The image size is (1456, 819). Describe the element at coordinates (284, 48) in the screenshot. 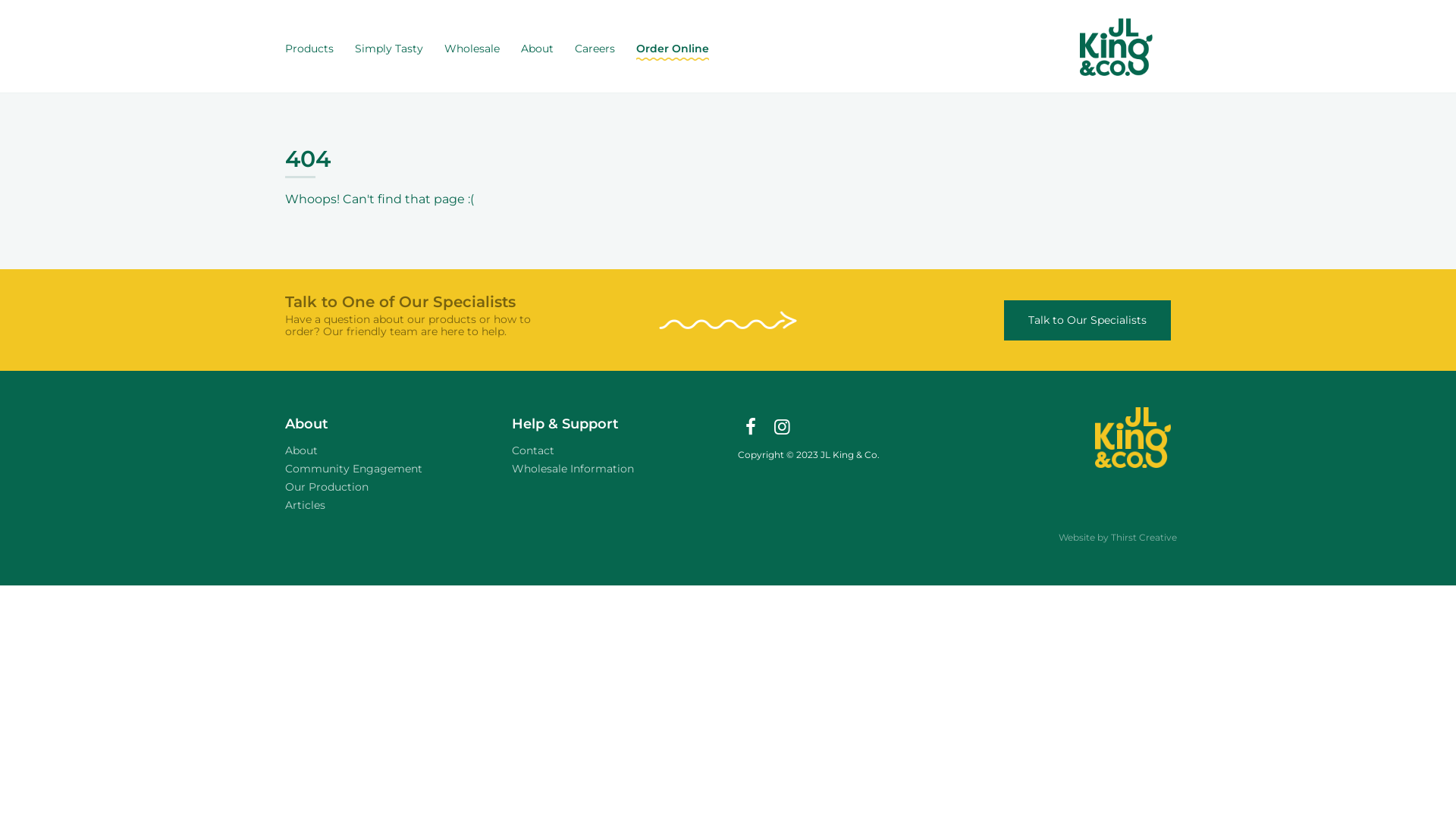

I see `'Products'` at that location.